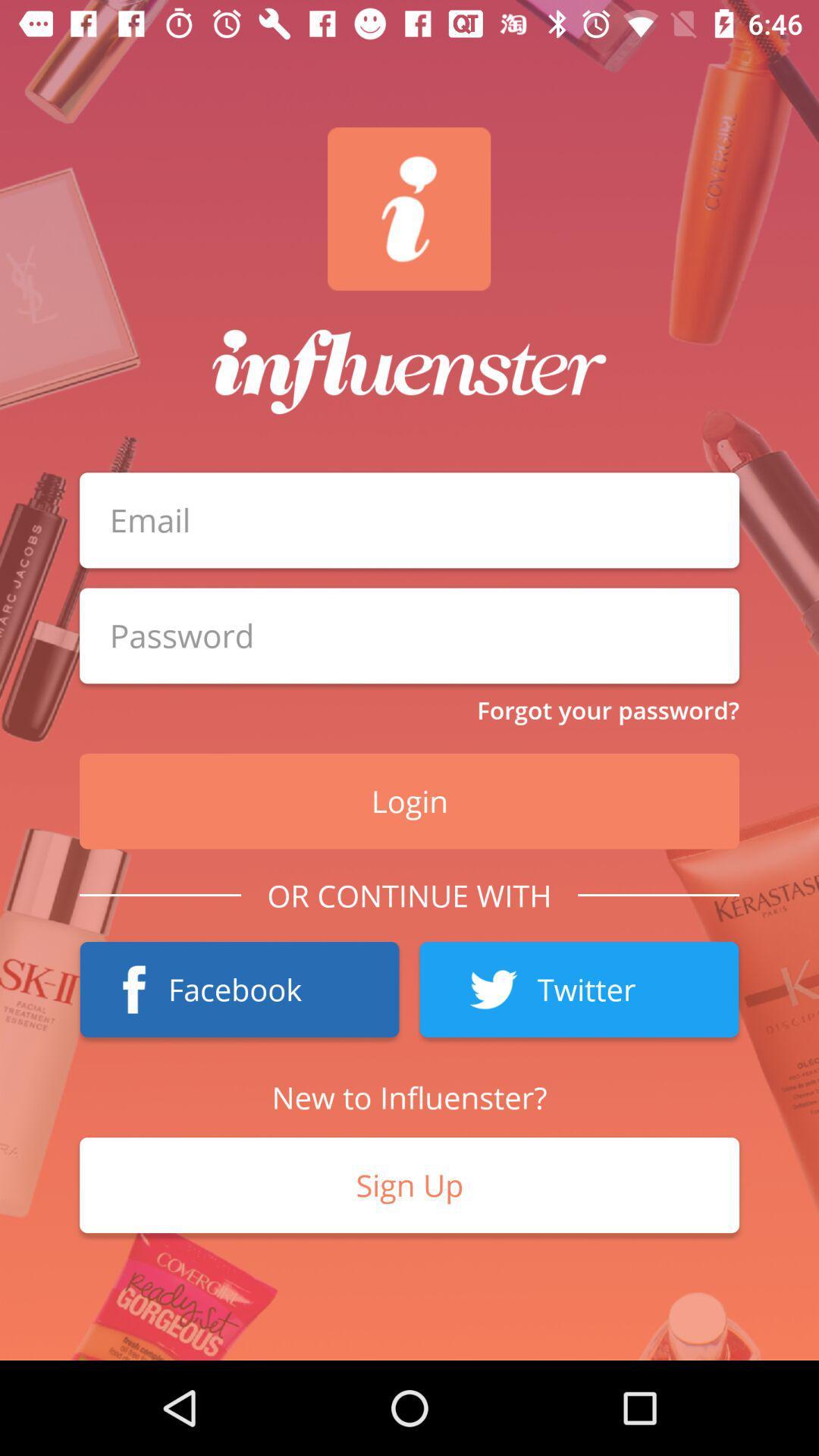  I want to click on address of mail id given, so click(409, 520).